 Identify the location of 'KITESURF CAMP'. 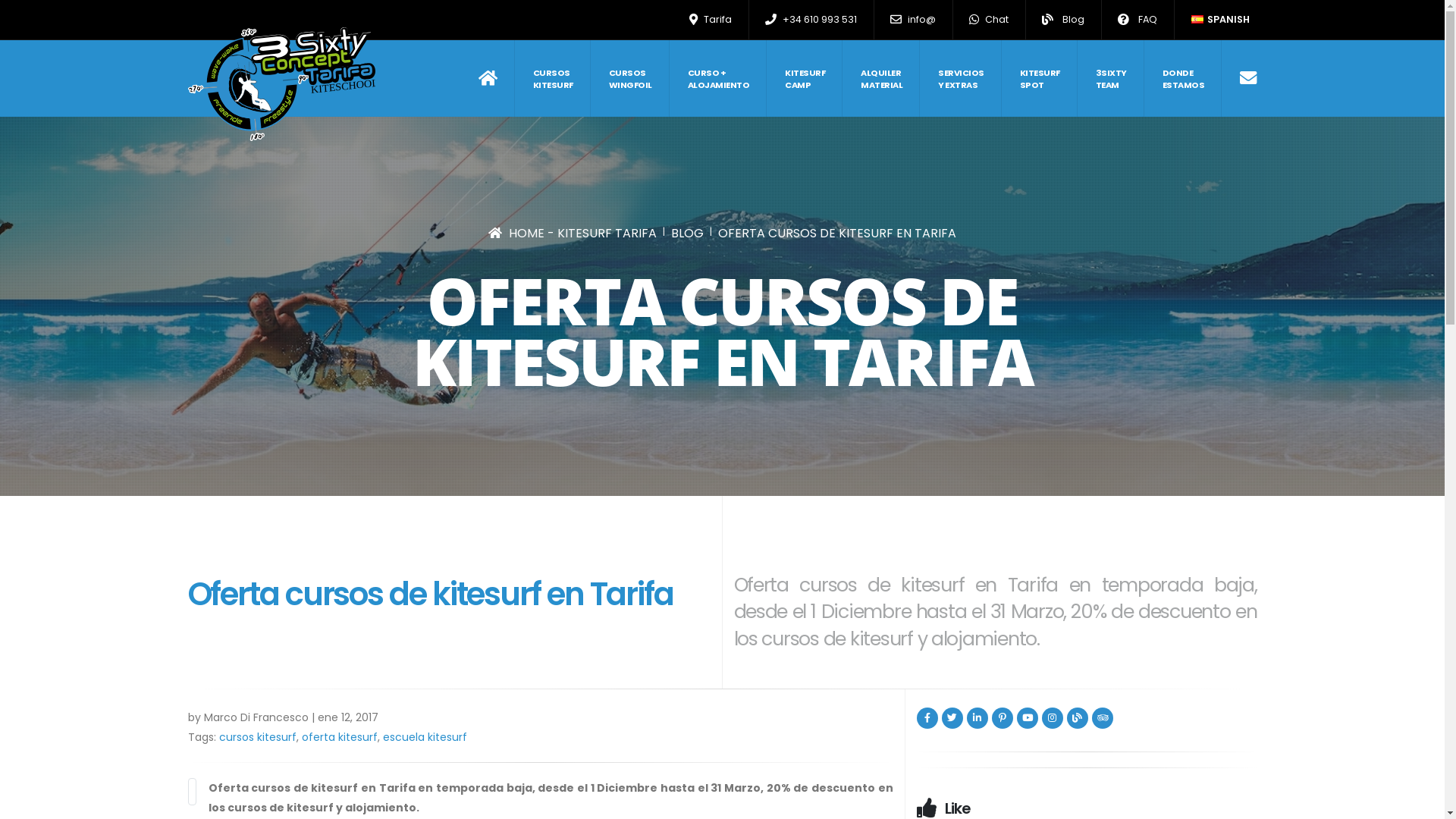
(804, 78).